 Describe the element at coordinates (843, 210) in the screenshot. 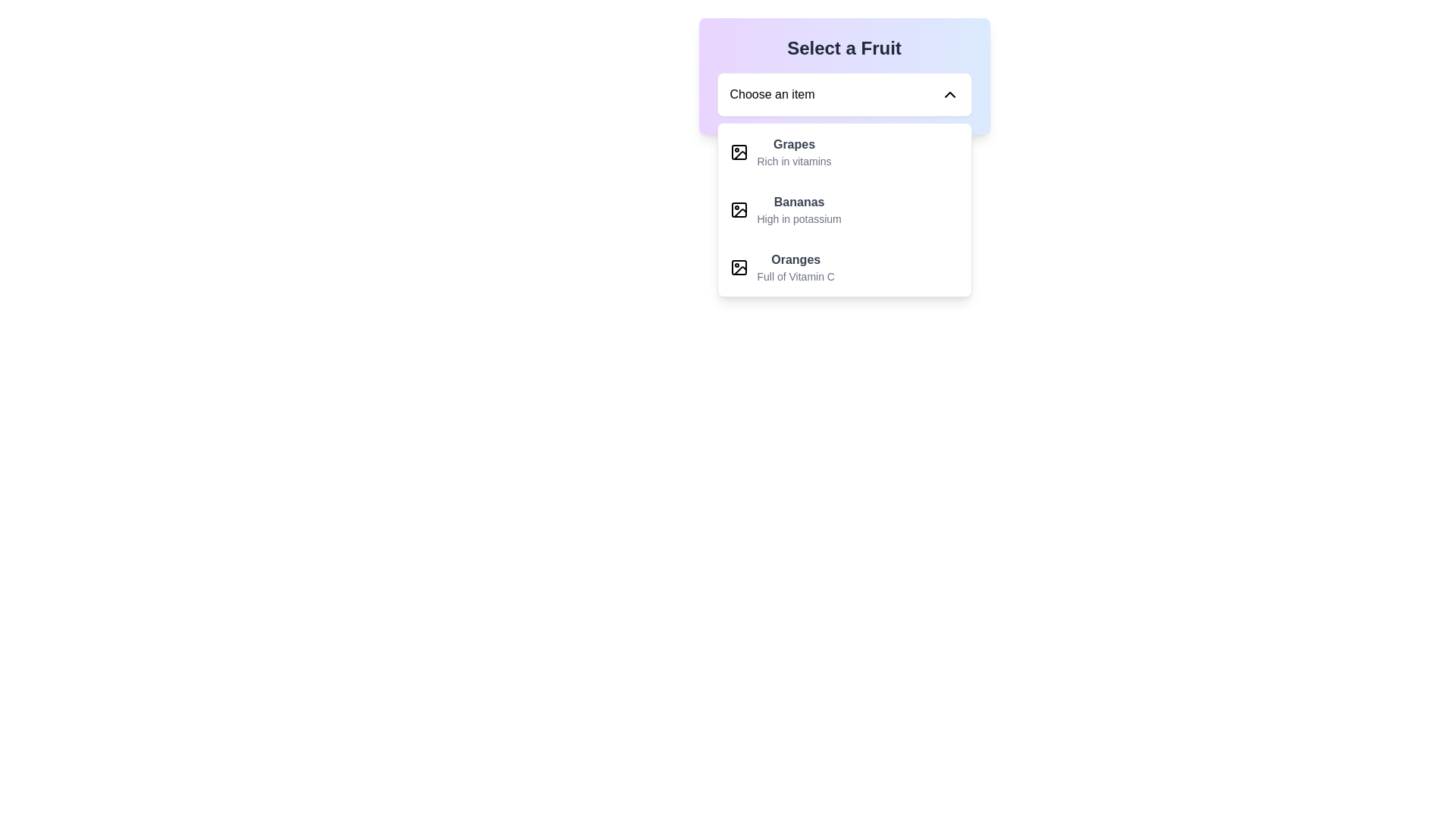

I see `the second option ('Bananas') in the dropdown menu` at that location.